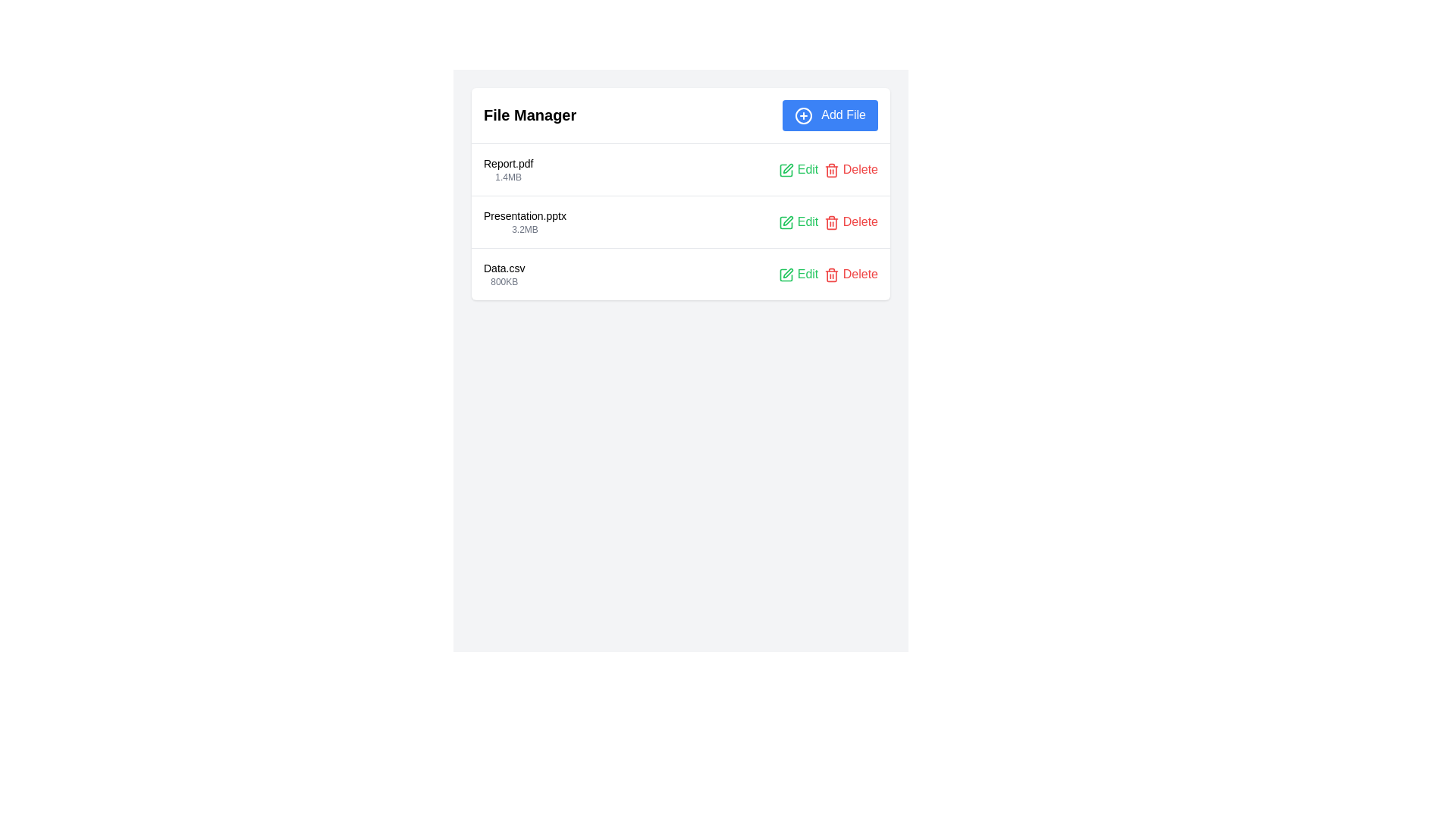  Describe the element at coordinates (798, 274) in the screenshot. I see `the green 'Edit' button with an icon resembling a pen, located in the last row of the file management actions list, to observe the hover effect` at that location.